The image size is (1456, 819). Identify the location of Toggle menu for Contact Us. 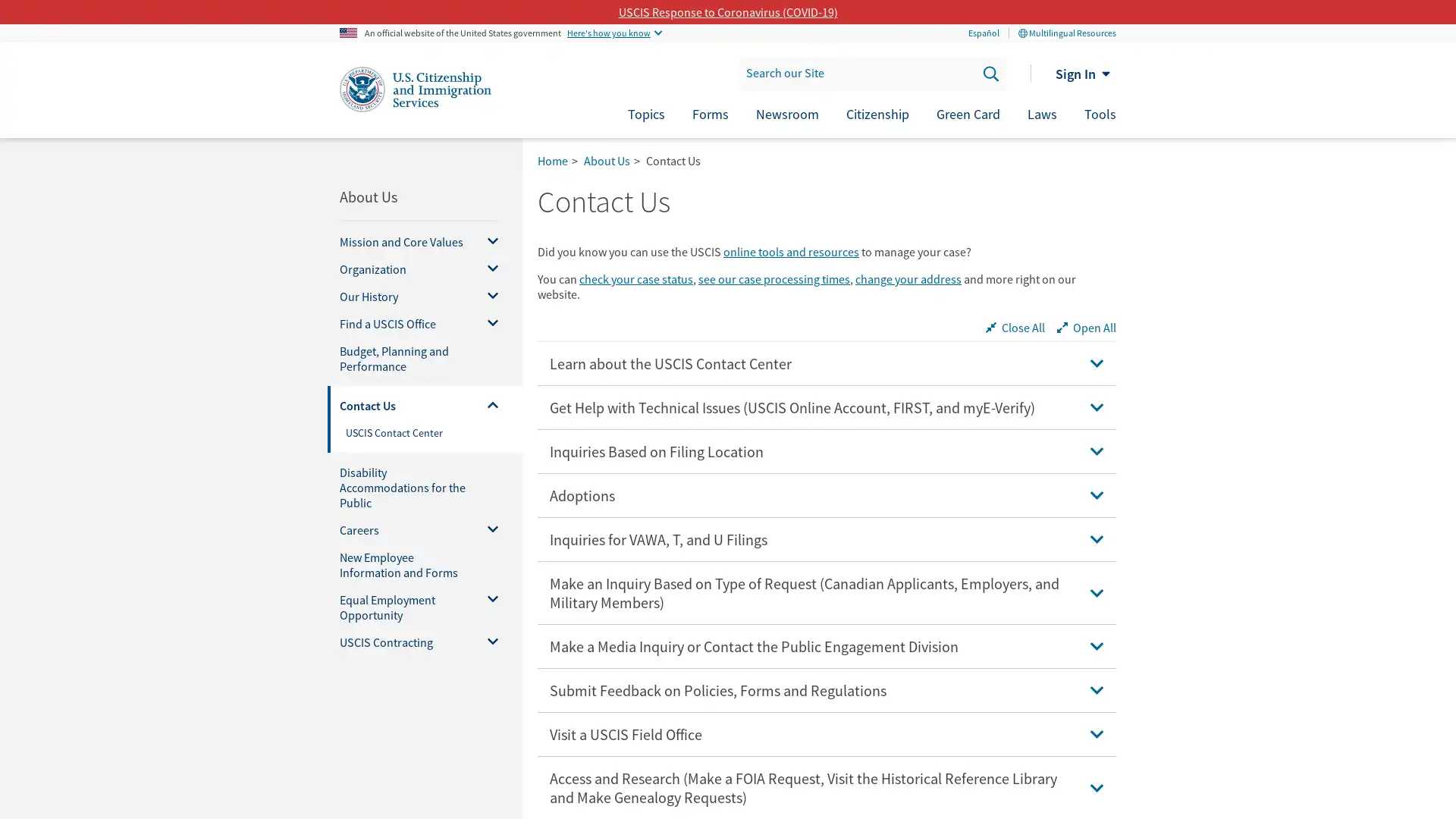
(487, 405).